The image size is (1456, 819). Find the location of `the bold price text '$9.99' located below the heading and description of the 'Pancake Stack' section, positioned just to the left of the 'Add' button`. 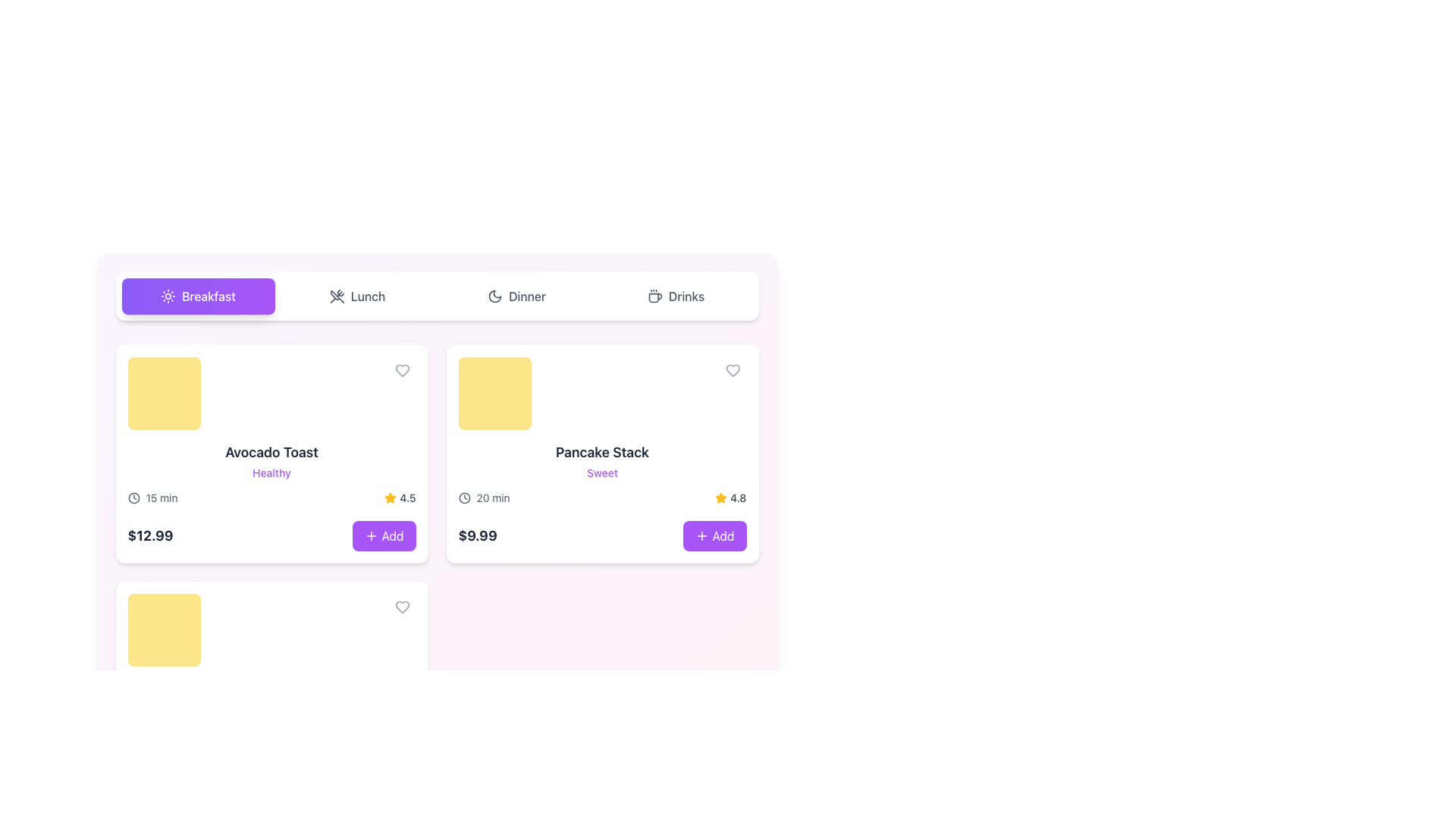

the bold price text '$9.99' located below the heading and description of the 'Pancake Stack' section, positioned just to the left of the 'Add' button is located at coordinates (477, 535).